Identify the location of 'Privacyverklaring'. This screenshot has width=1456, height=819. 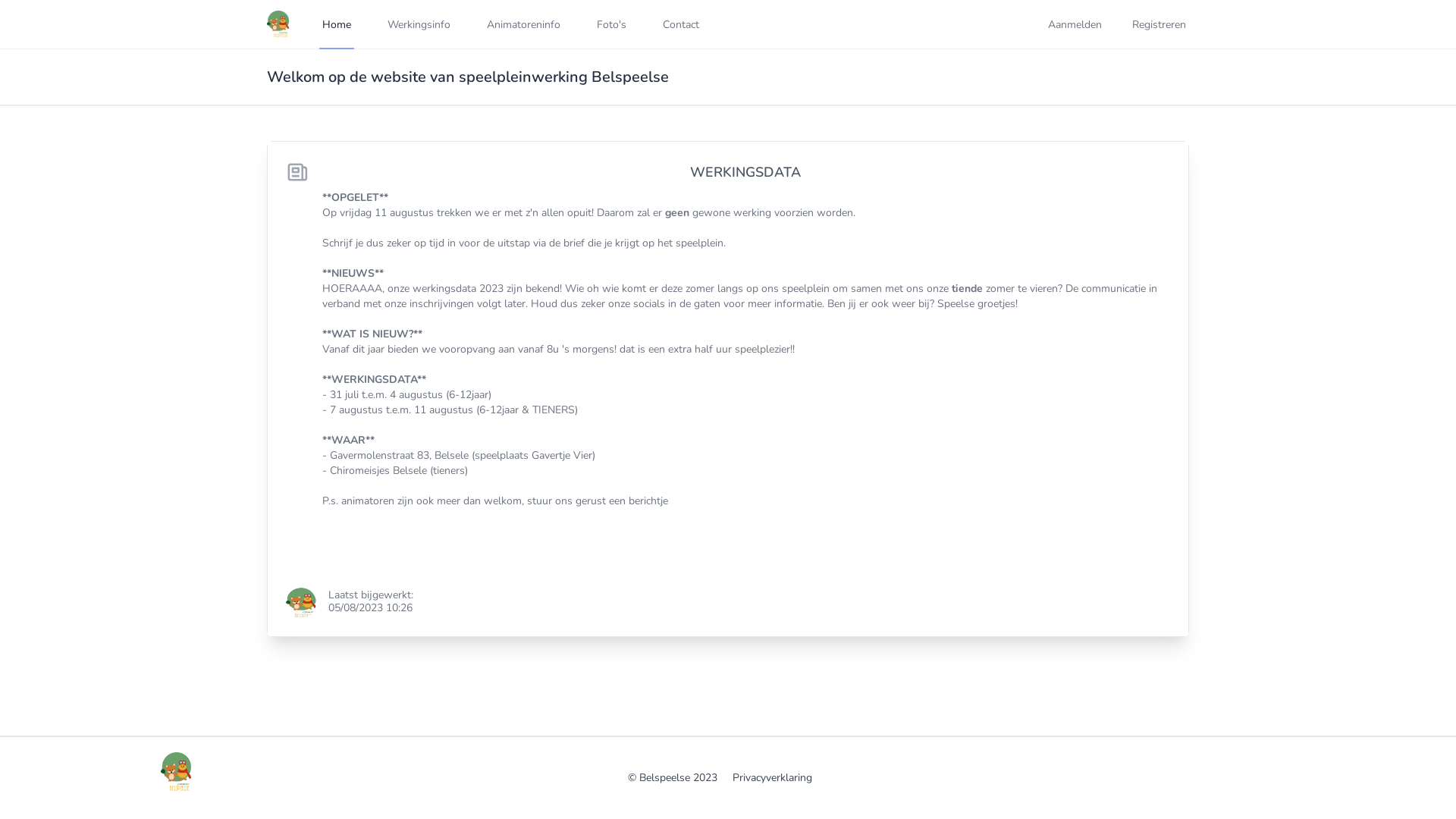
(772, 778).